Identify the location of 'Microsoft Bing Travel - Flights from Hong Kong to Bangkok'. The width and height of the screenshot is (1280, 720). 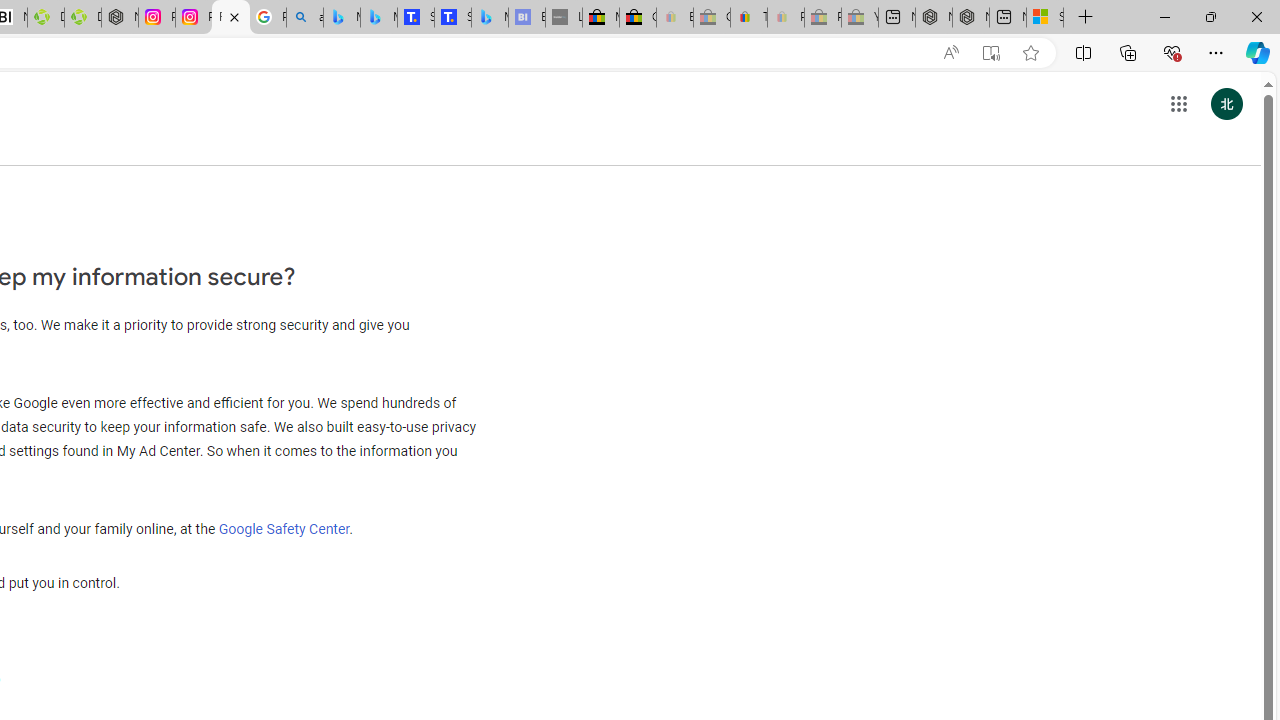
(341, 17).